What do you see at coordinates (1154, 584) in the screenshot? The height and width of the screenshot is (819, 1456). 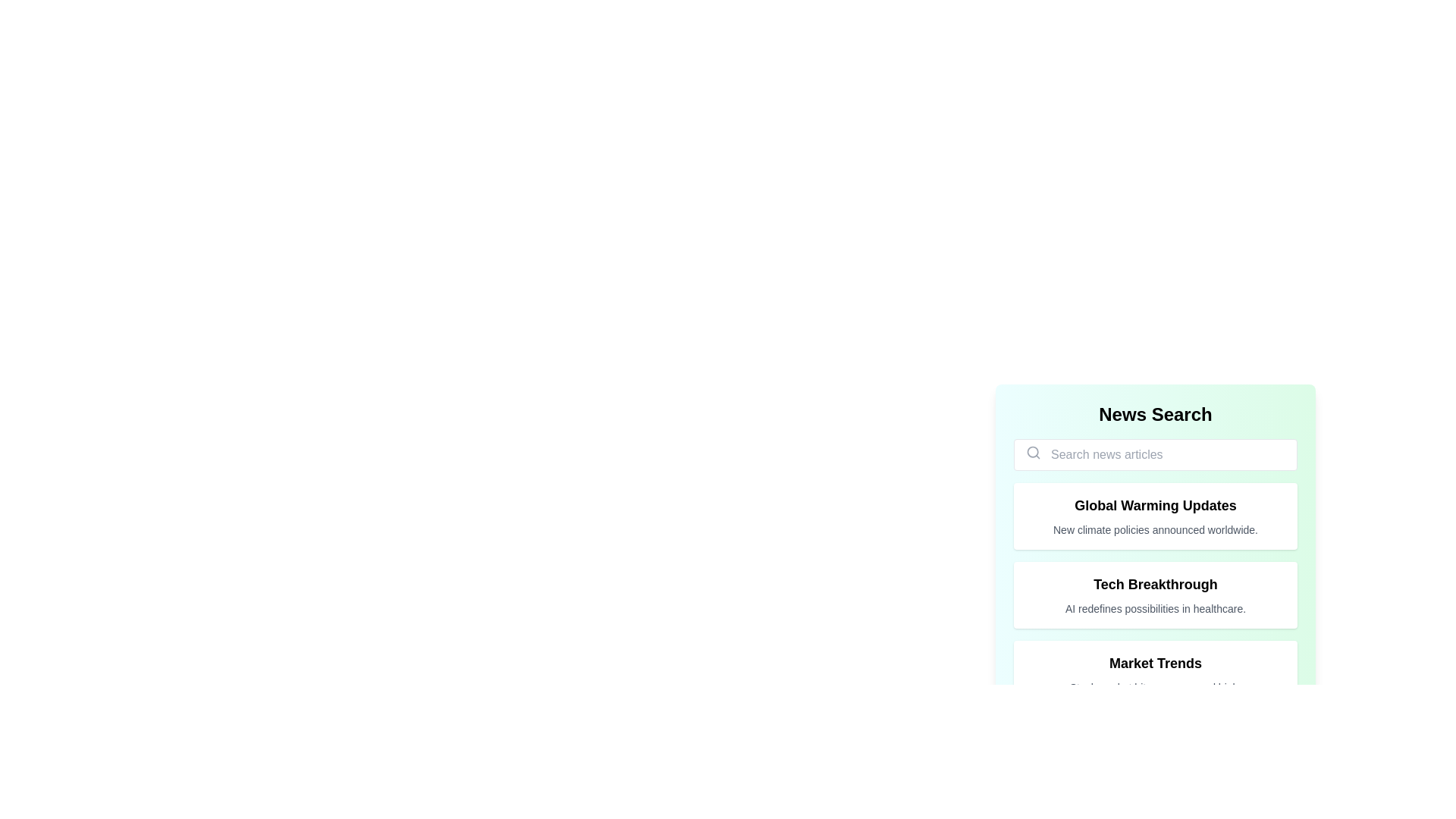 I see `text displaying the phrase 'Tech Breakthrough' which is prominently styled in bold, large characters within the highlighted section of the 'News Search' interface` at bounding box center [1154, 584].